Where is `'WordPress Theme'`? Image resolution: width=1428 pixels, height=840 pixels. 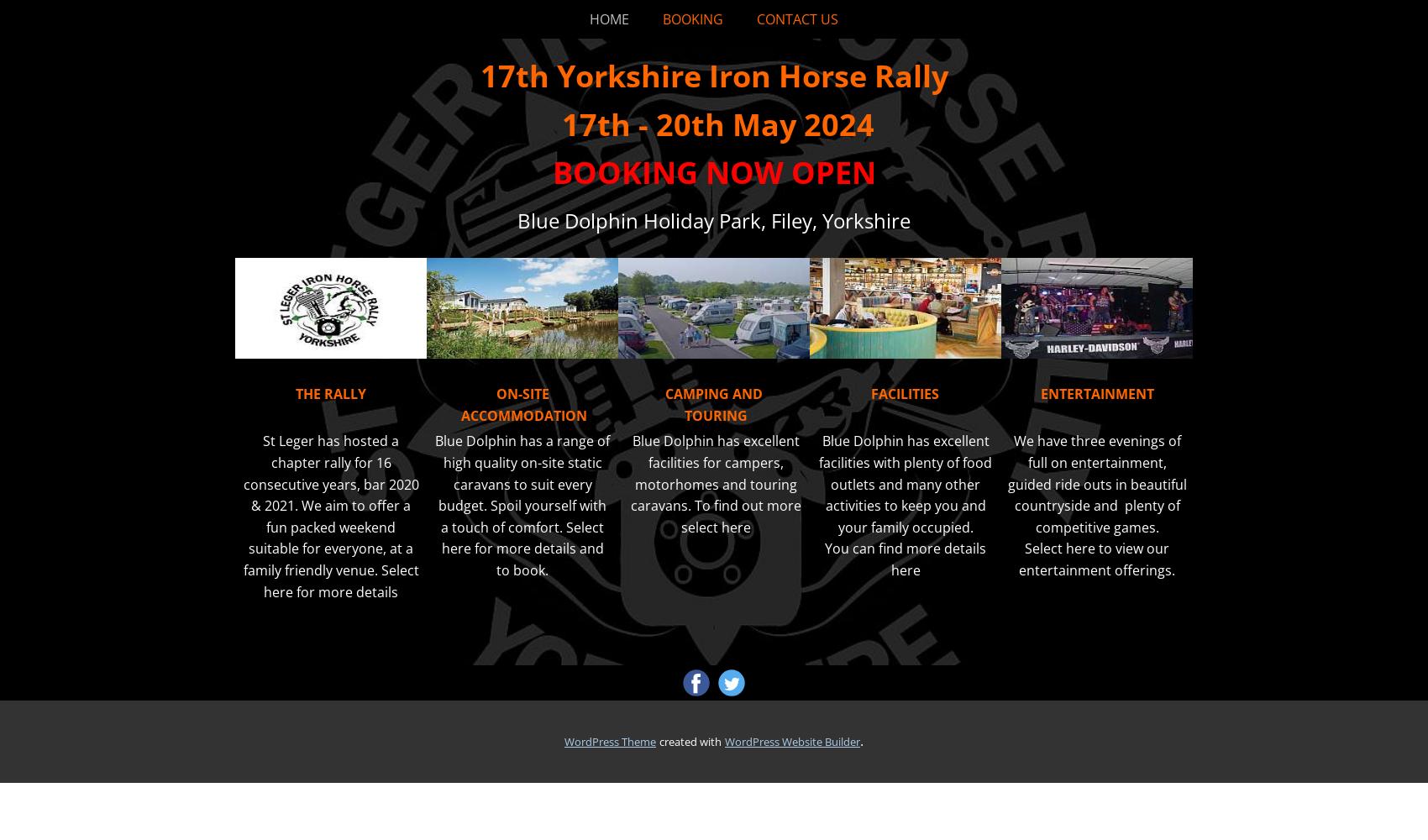 'WordPress Theme' is located at coordinates (610, 742).